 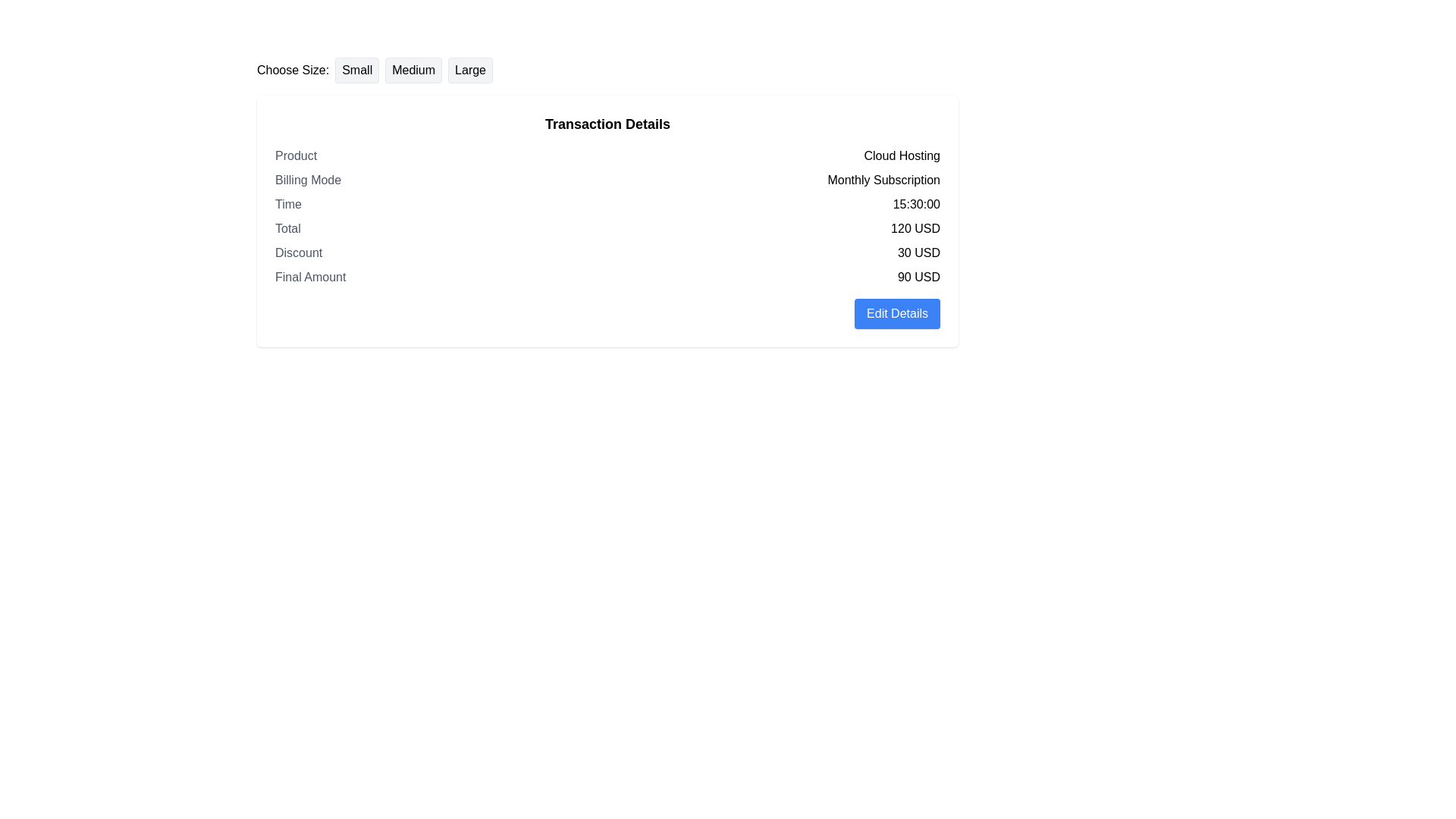 What do you see at coordinates (293, 70) in the screenshot?
I see `label with the content 'Choose Size:' to understand the context of the adjacent size selection buttons` at bounding box center [293, 70].